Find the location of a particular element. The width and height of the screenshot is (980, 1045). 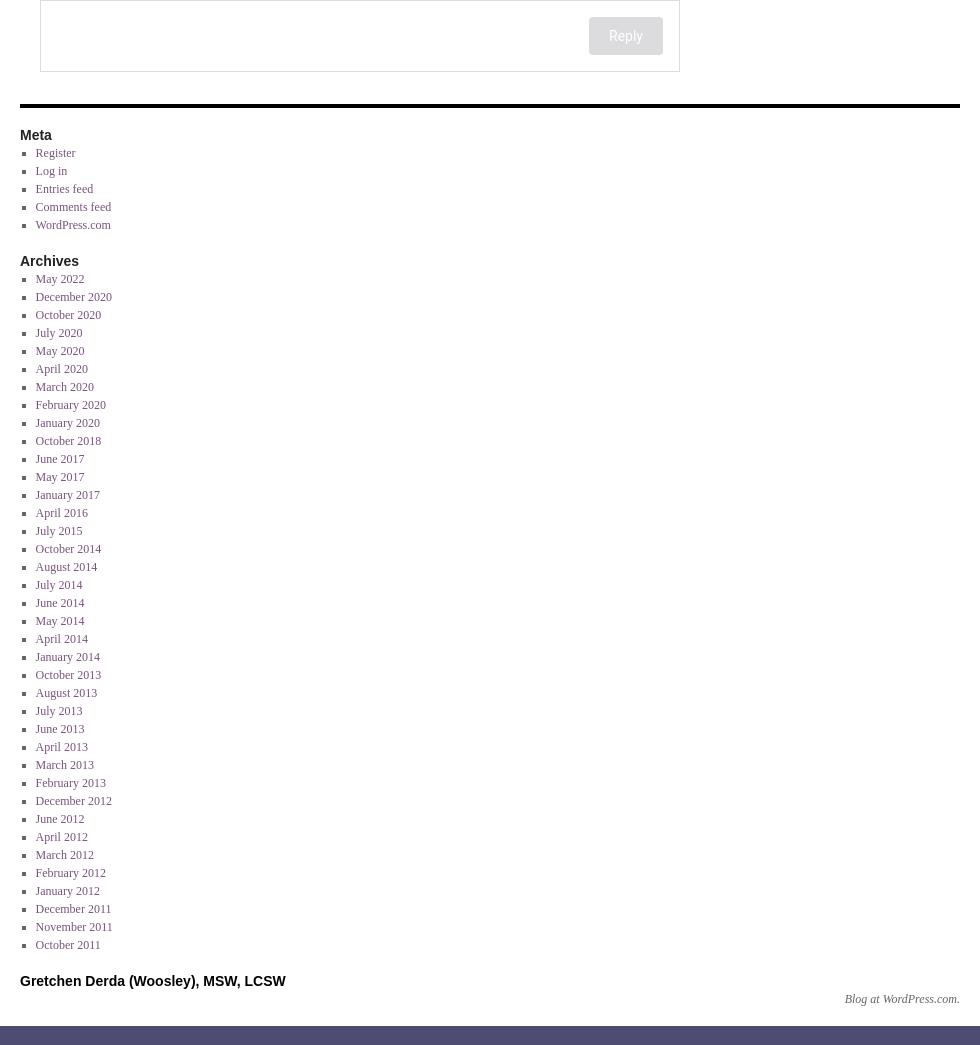

'August 2013' is located at coordinates (65, 693).